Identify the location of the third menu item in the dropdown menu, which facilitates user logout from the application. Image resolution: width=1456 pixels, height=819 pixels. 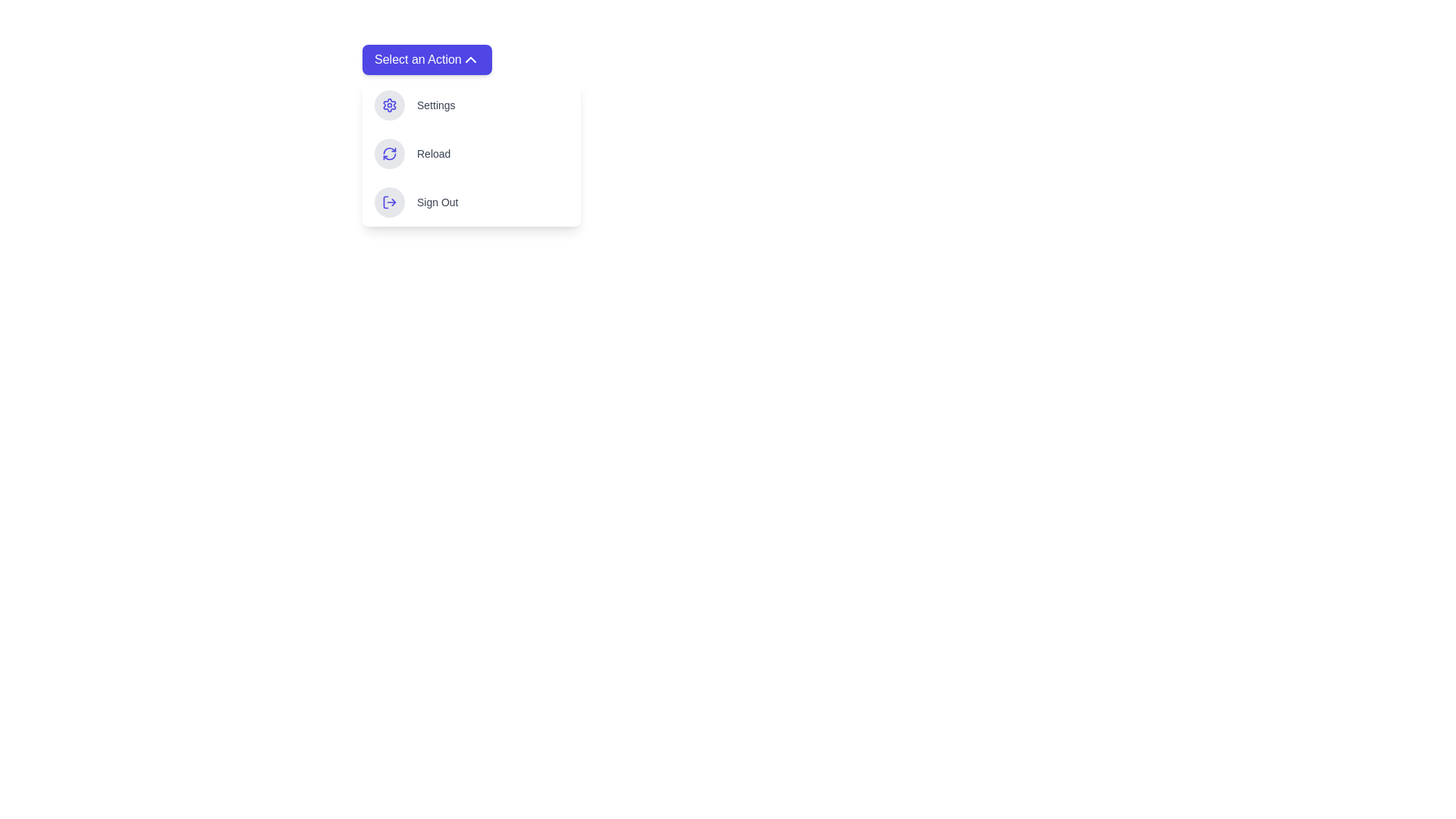
(471, 201).